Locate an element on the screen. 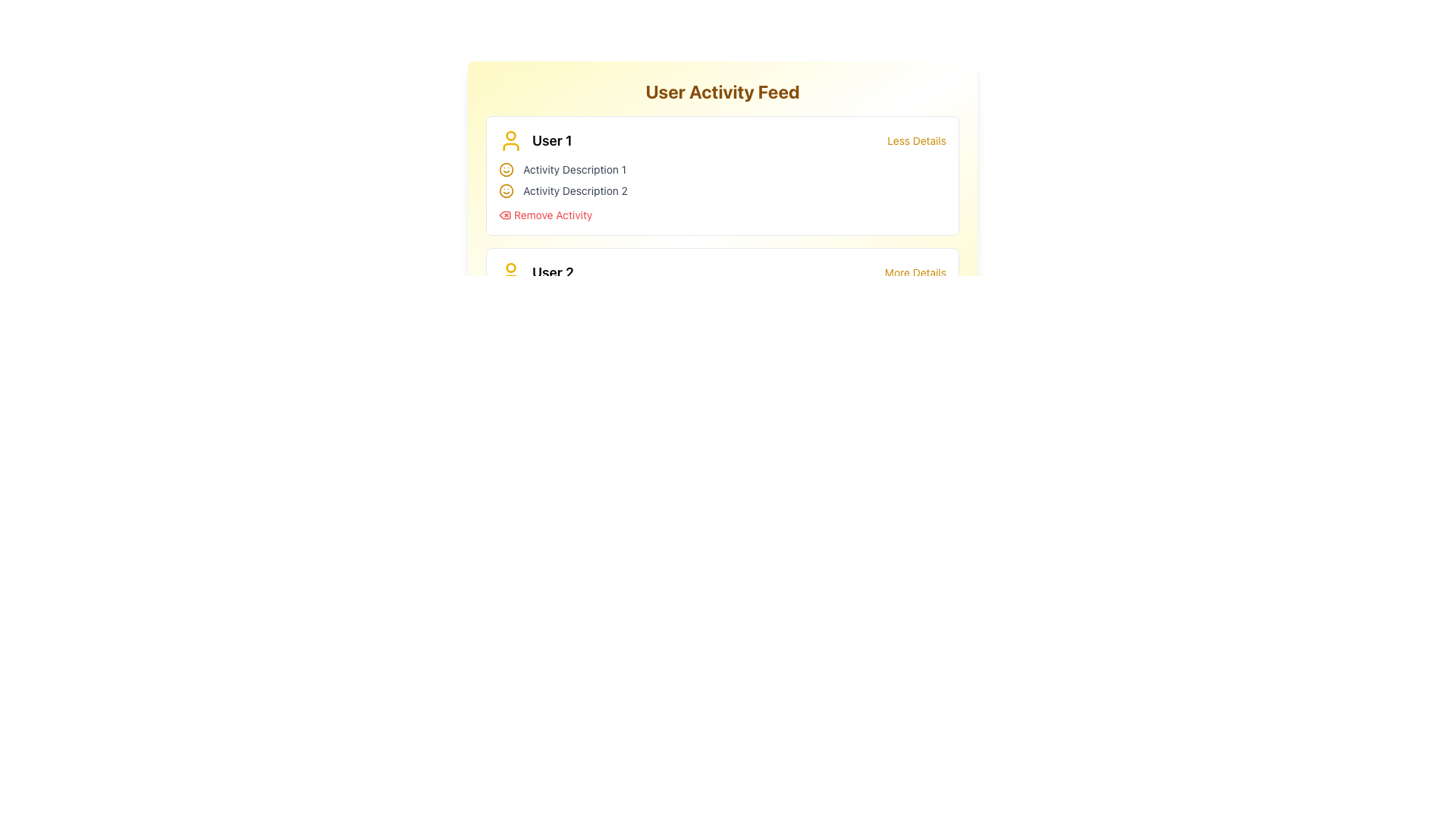 The image size is (1456, 819). the Label with Icon that displays the user avatar styled in yellow and the text 'User 1', located in the top-left corner of the 'User Activity Feed' section, directly under the section header is located at coordinates (535, 140).